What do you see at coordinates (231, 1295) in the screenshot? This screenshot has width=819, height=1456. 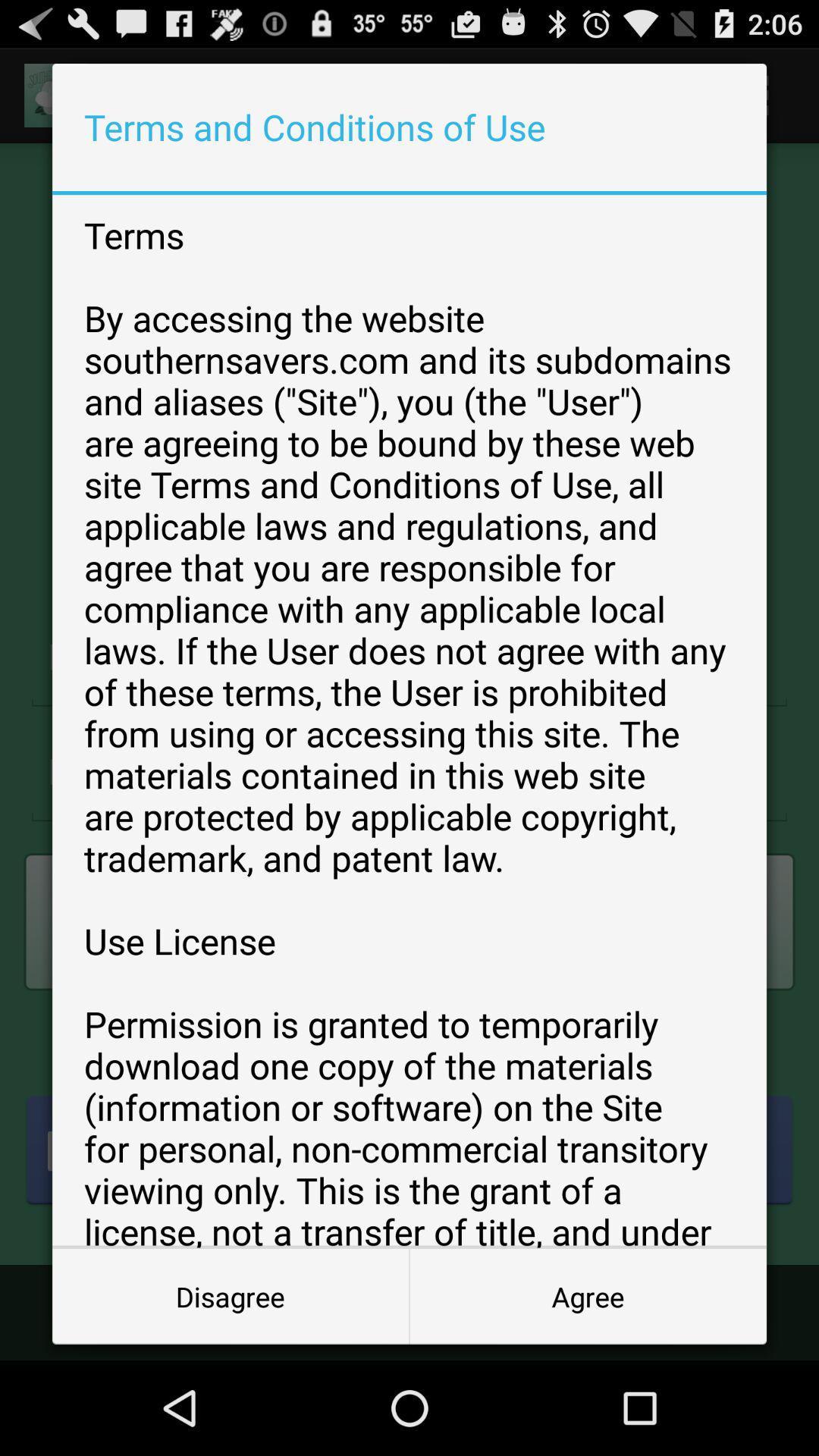 I see `the button at the bottom left corner` at bounding box center [231, 1295].